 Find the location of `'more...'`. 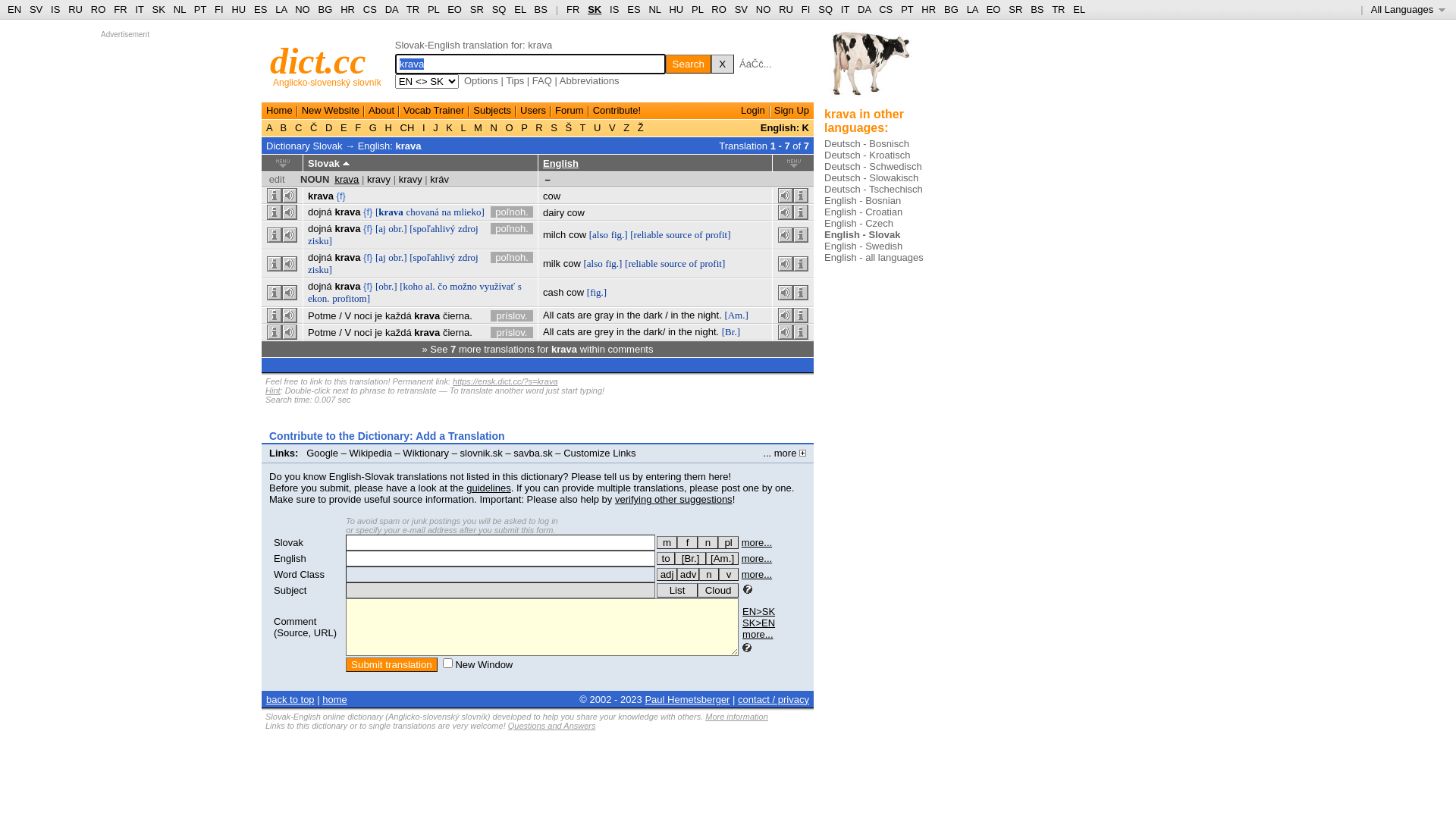

'more...' is located at coordinates (757, 574).